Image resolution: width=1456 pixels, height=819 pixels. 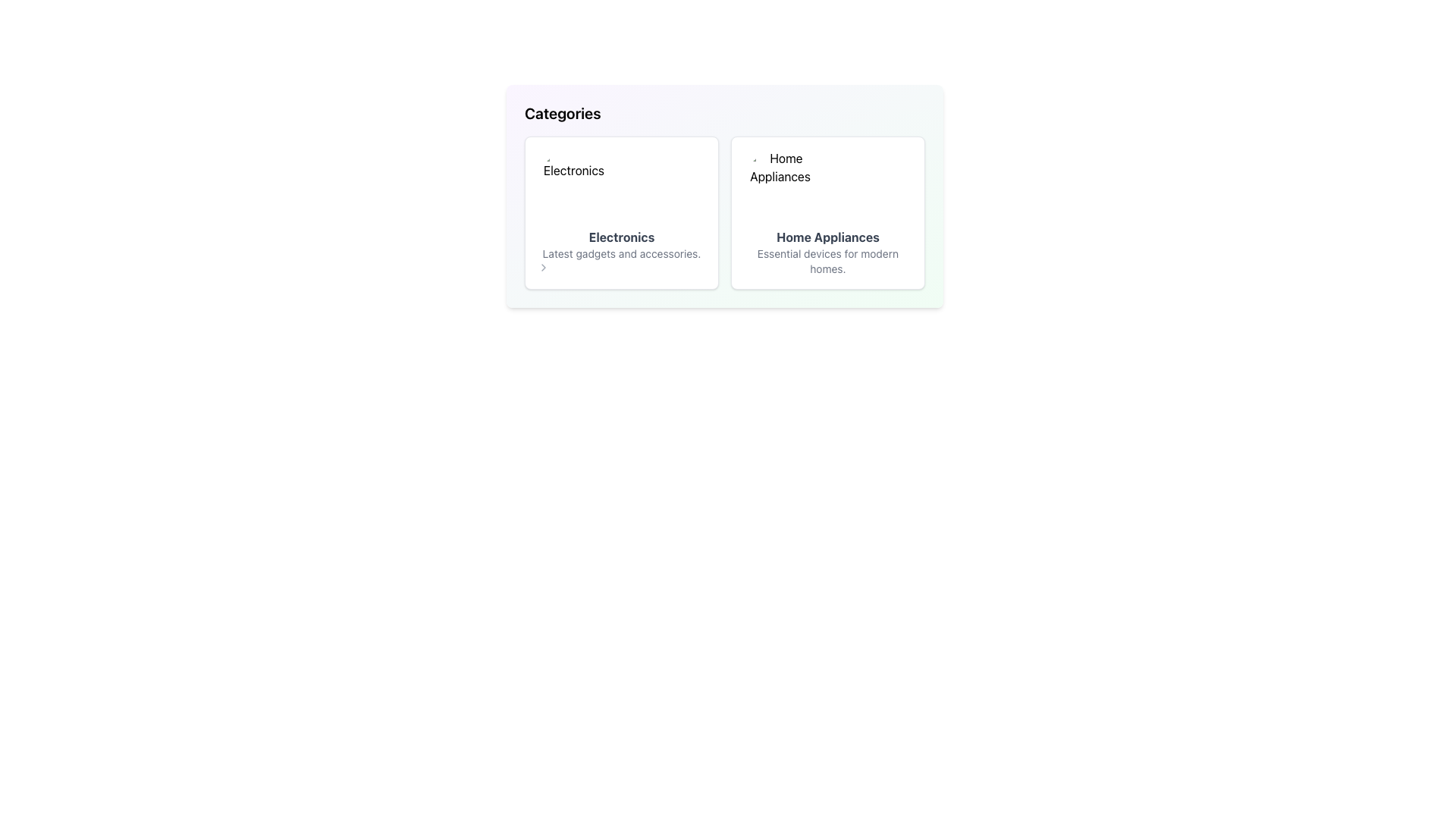 I want to click on the image representing the 'Home Appliances' category, which is located in the second section under the 'Categories' label, so click(x=780, y=185).